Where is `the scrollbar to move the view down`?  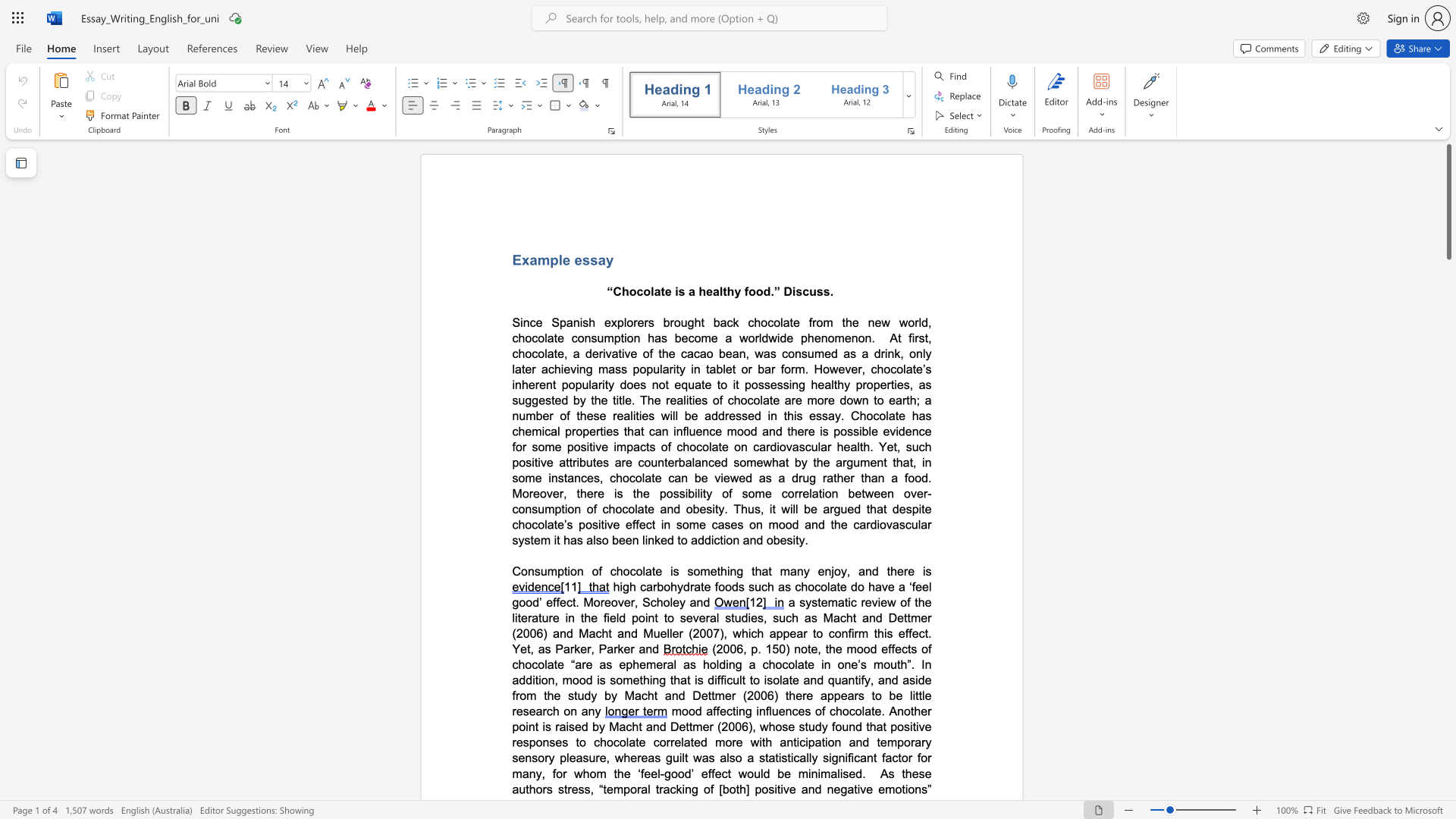
the scrollbar to move the view down is located at coordinates (1448, 758).